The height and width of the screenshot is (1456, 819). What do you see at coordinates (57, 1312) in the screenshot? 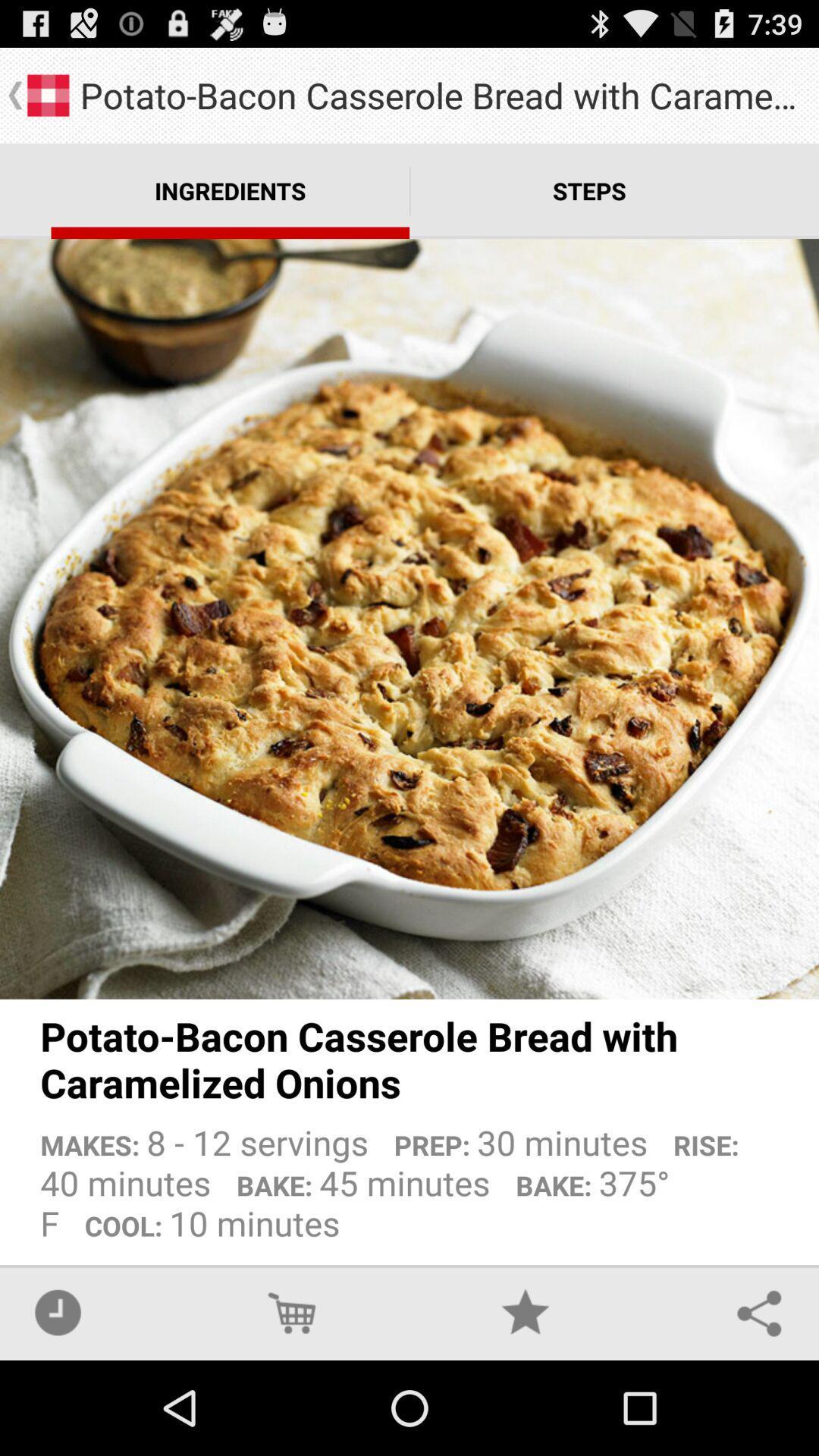
I see `the app below makes 8 12 icon` at bounding box center [57, 1312].